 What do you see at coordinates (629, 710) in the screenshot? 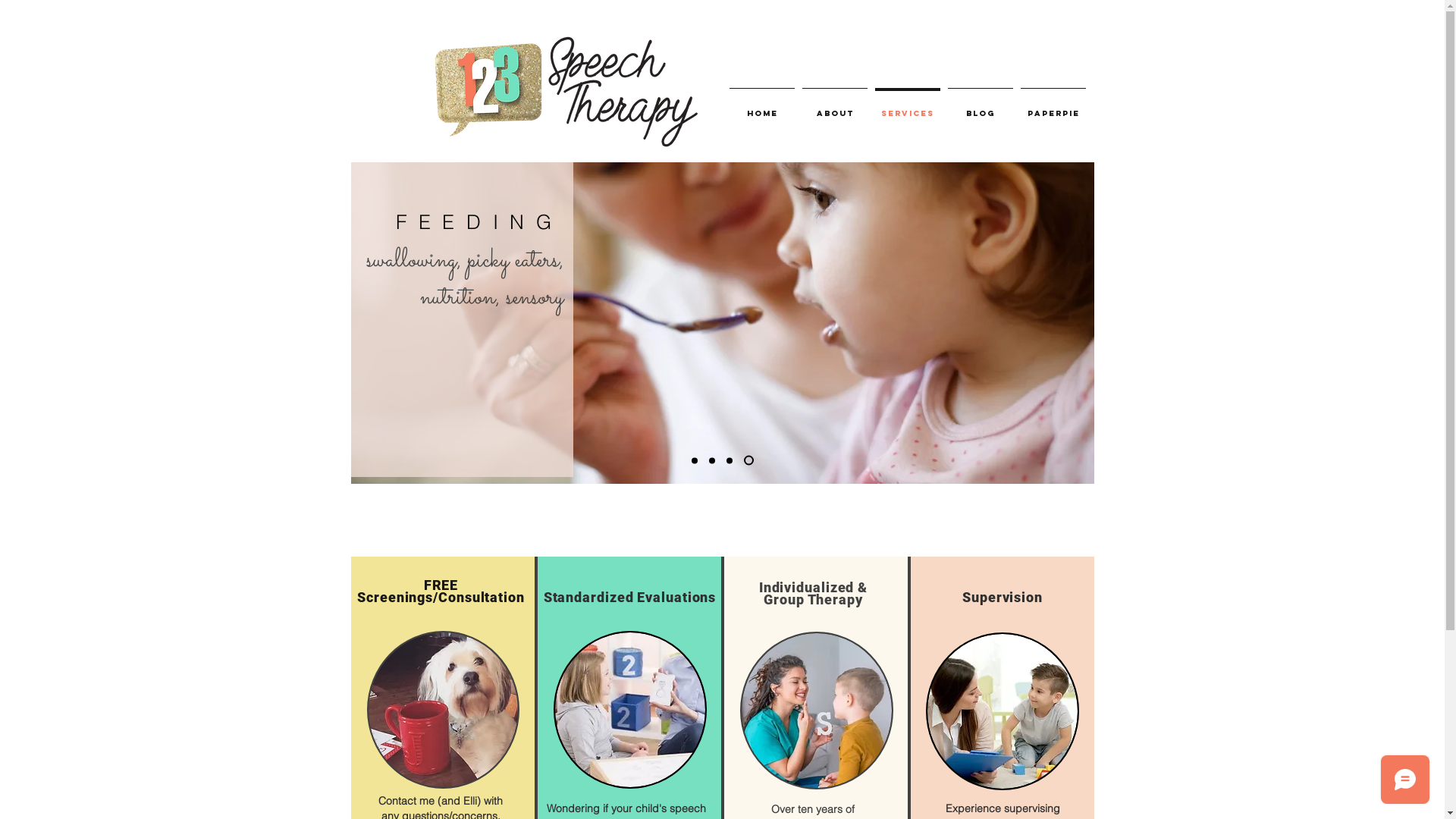
I see `'guy2.jpg'` at bounding box center [629, 710].